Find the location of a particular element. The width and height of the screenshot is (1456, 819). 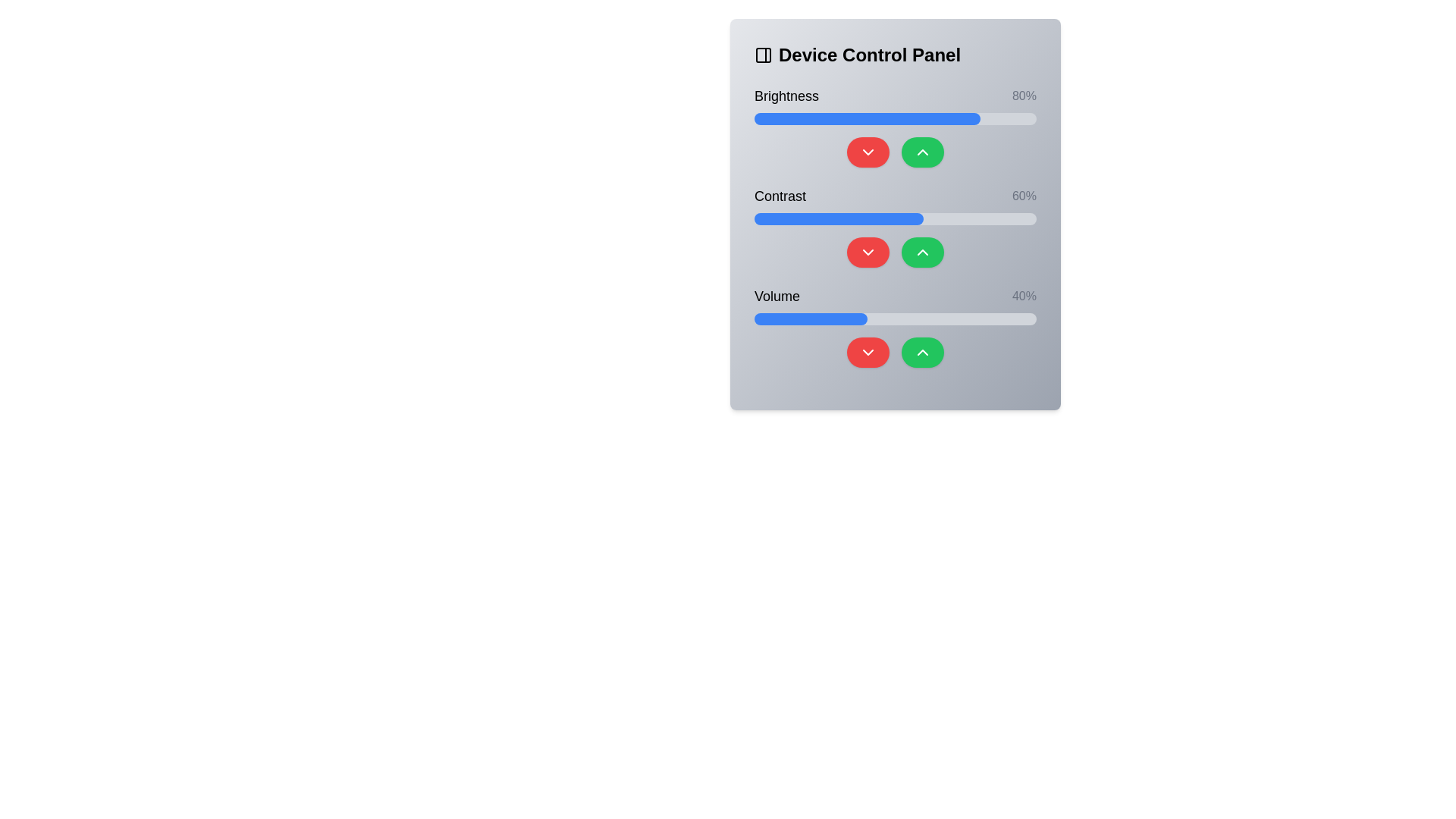

the volume is located at coordinates (917, 318).